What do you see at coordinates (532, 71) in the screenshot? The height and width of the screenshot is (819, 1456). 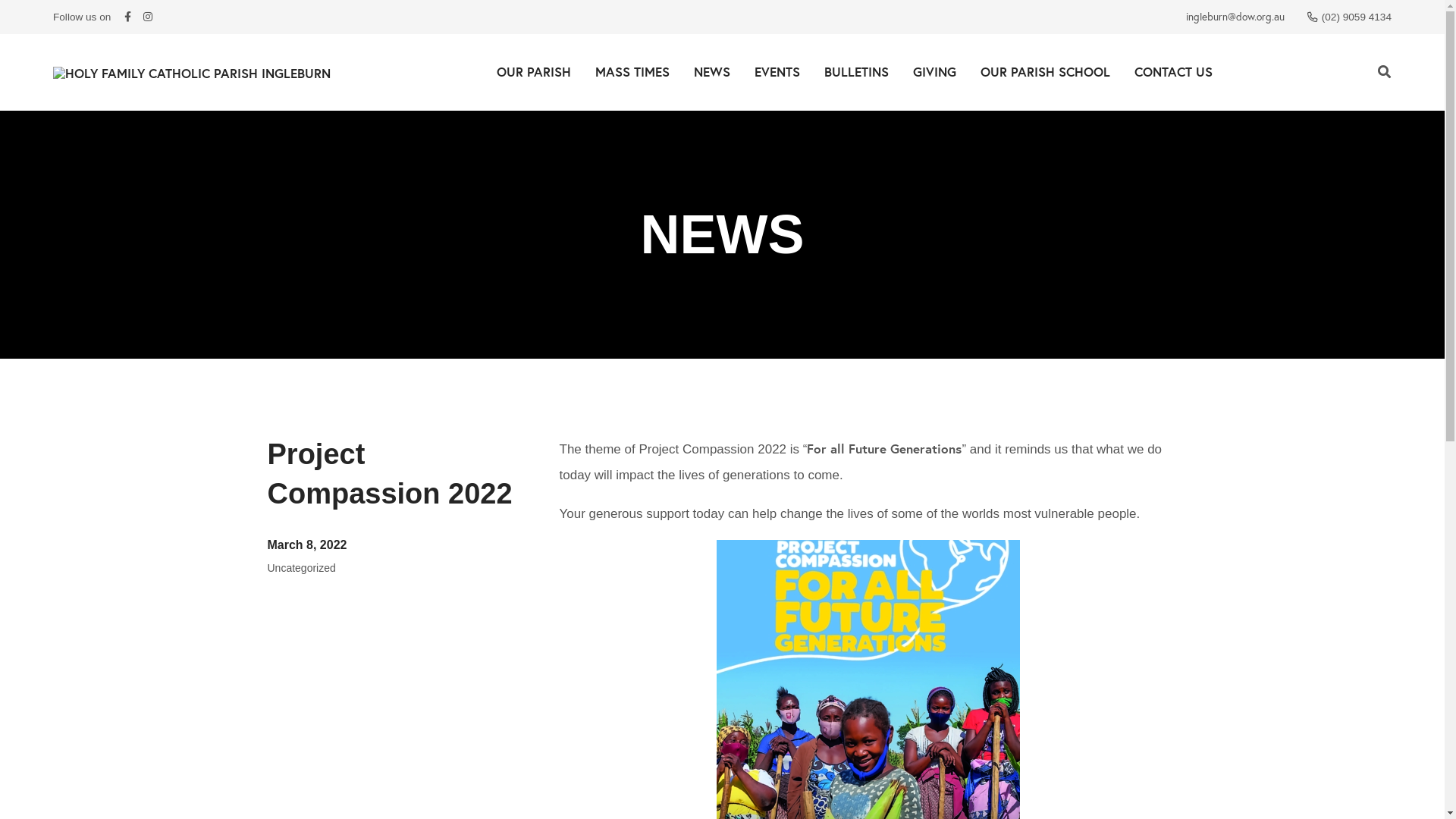 I see `'OUR PARISH'` at bounding box center [532, 71].